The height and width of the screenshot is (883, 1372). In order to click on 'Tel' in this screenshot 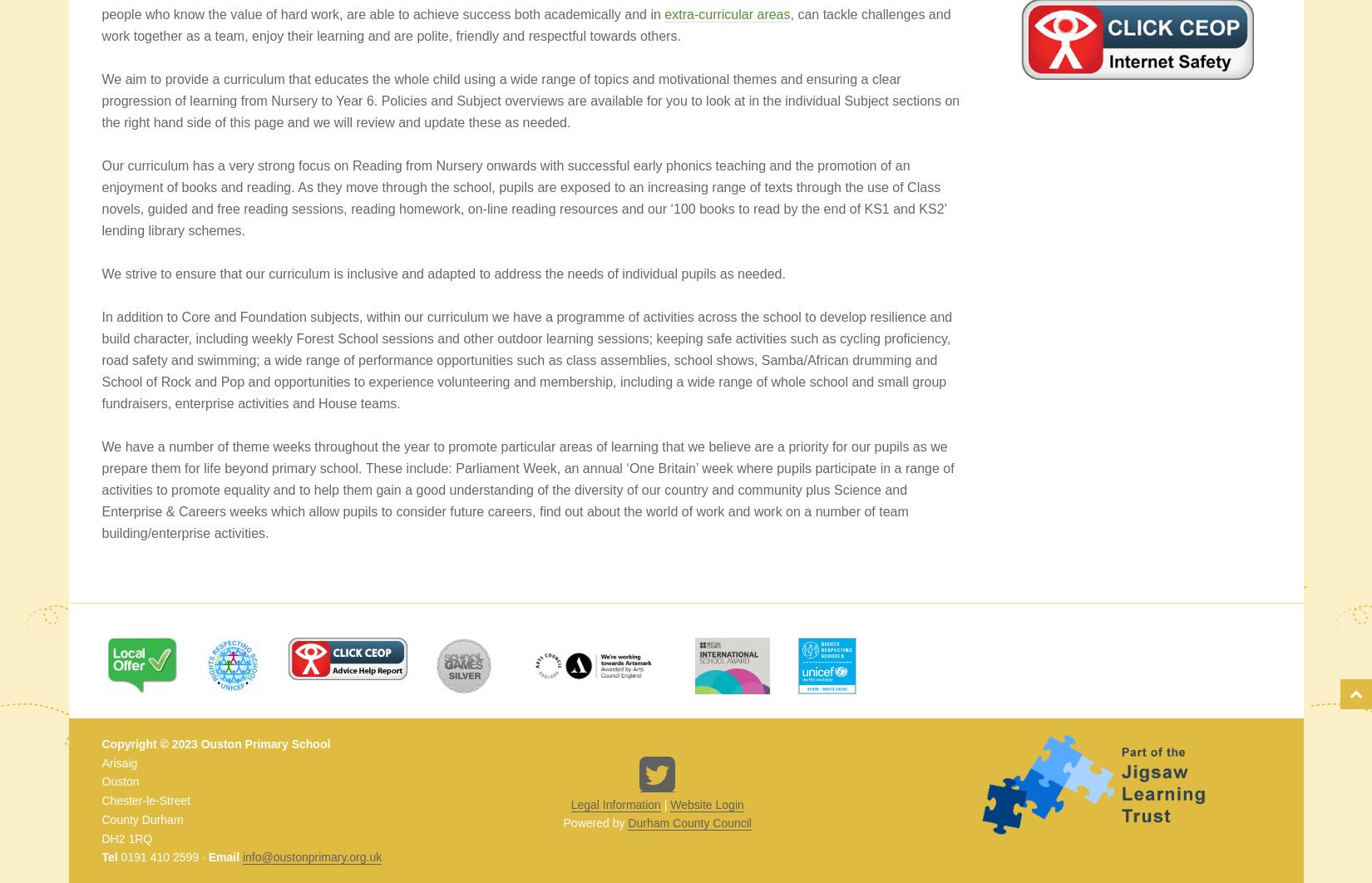, I will do `click(109, 856)`.